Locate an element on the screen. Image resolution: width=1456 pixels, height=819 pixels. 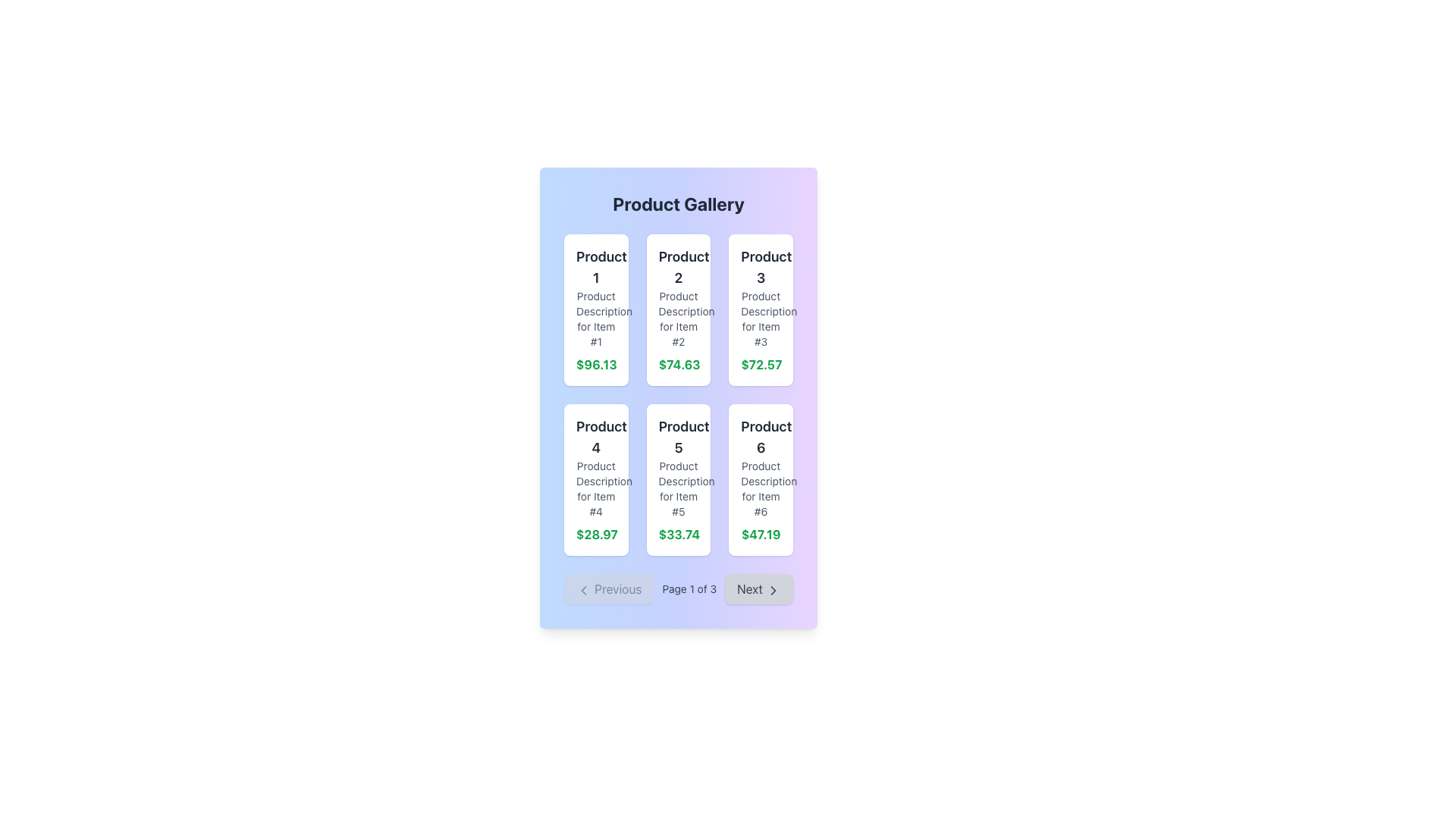
the bold header text labeled 'Product 5', which is the title of the product, centered at the top of its card is located at coordinates (677, 438).